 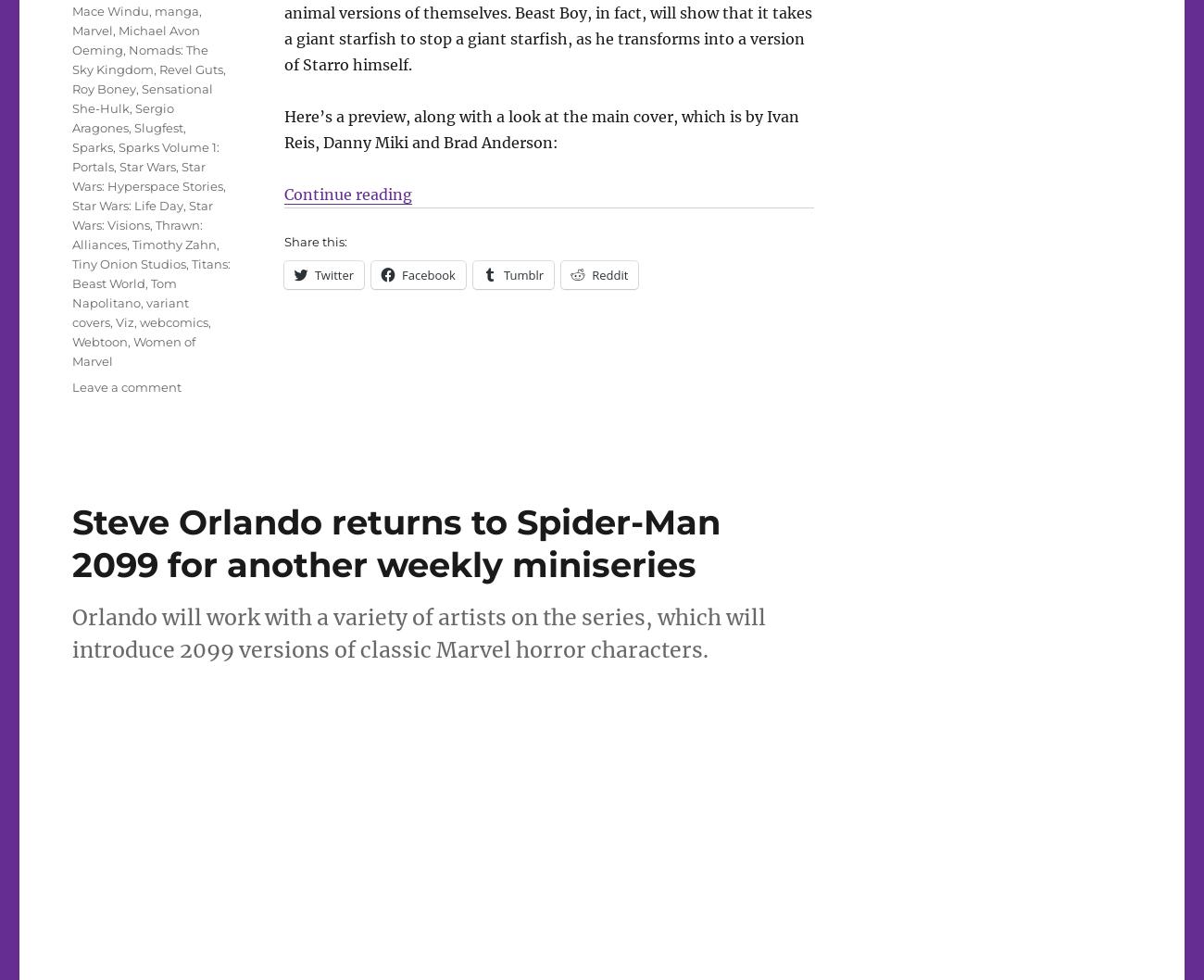 What do you see at coordinates (146, 176) in the screenshot?
I see `'Star Wars: Hyperspace Stories'` at bounding box center [146, 176].